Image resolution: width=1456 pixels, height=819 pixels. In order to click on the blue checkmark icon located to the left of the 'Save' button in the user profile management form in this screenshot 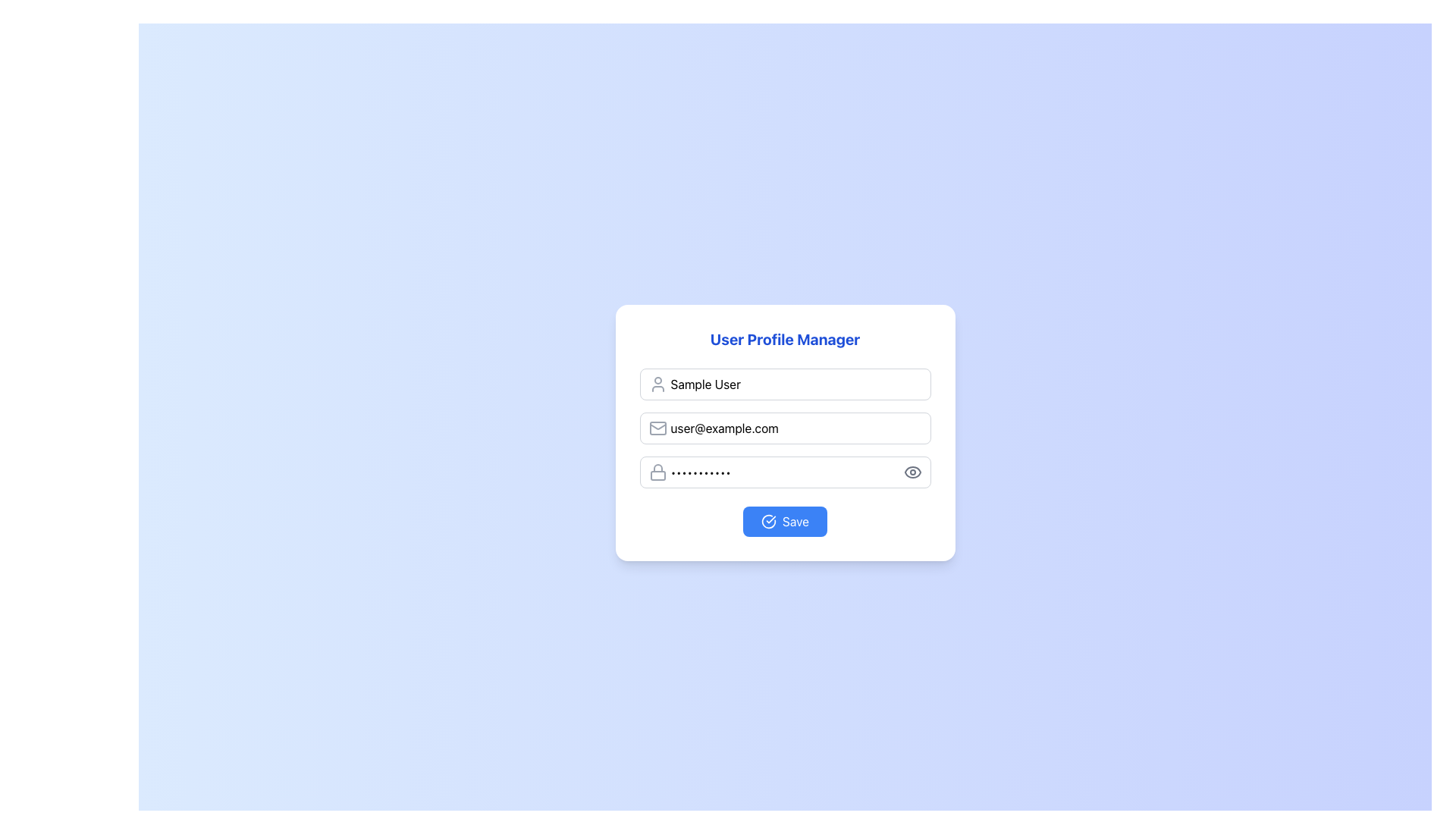, I will do `click(768, 520)`.